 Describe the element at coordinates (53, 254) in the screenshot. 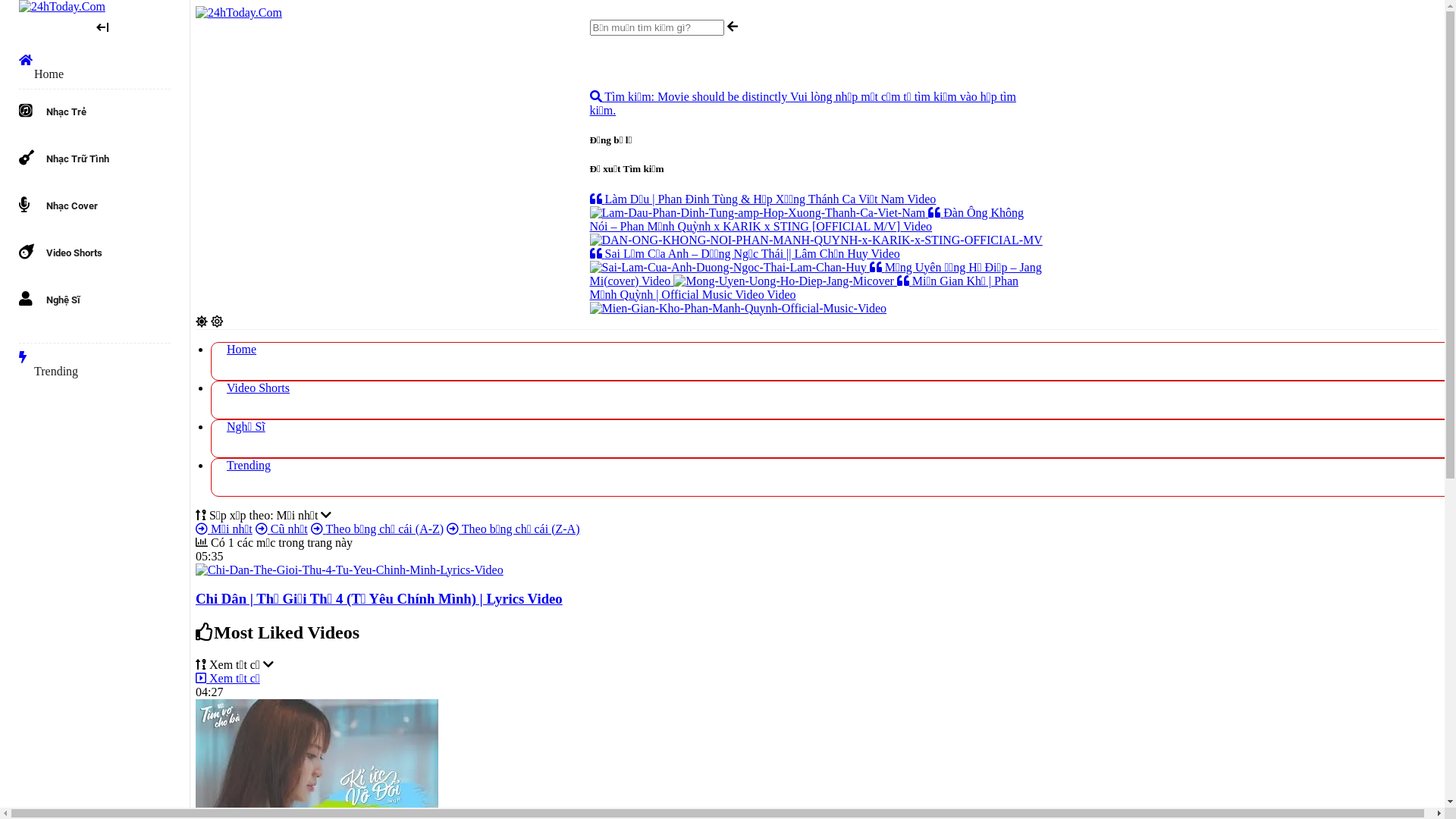

I see `'Video Shorts'` at that location.